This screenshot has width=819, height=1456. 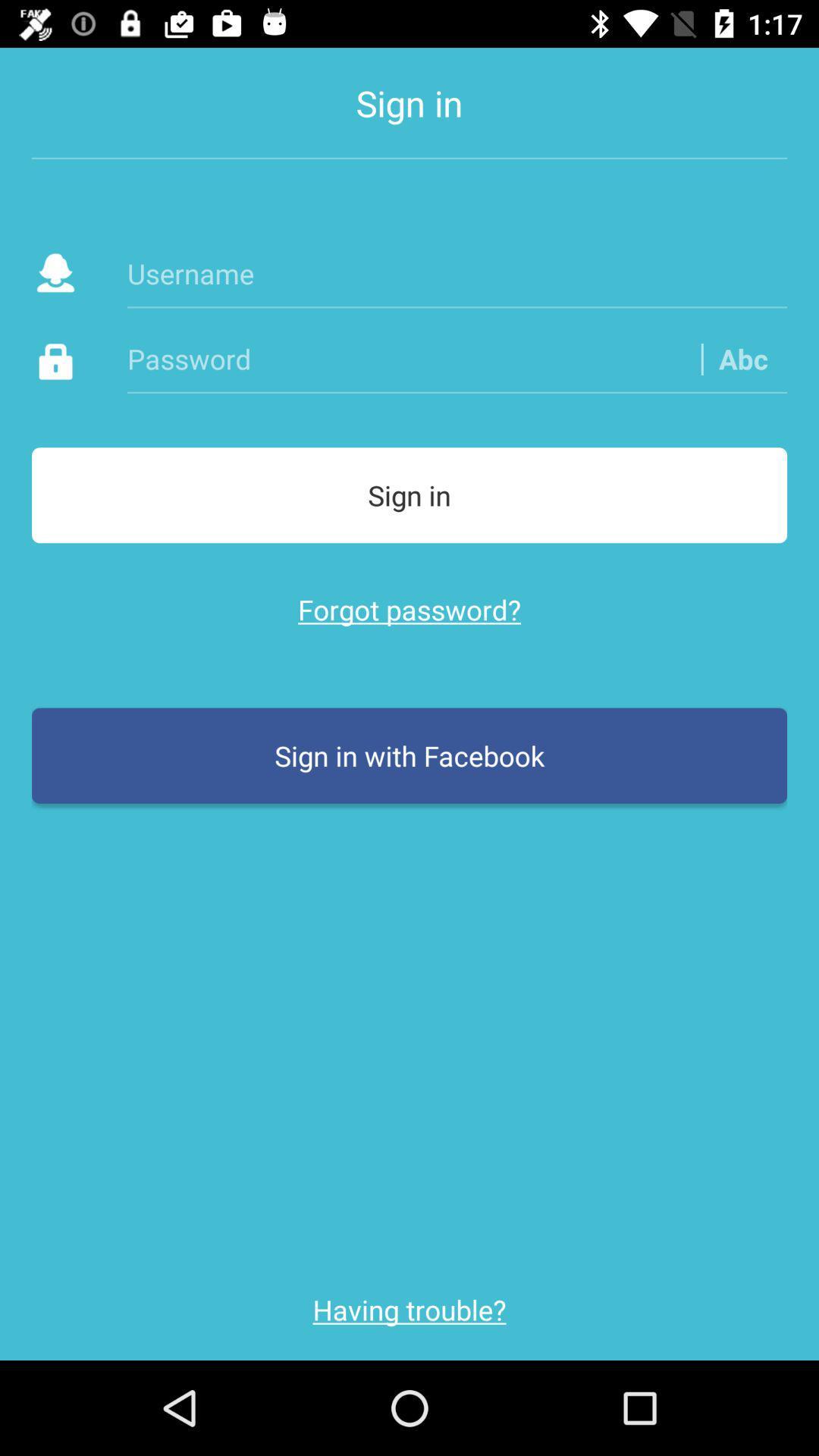 I want to click on icon above the sign in, so click(x=742, y=358).